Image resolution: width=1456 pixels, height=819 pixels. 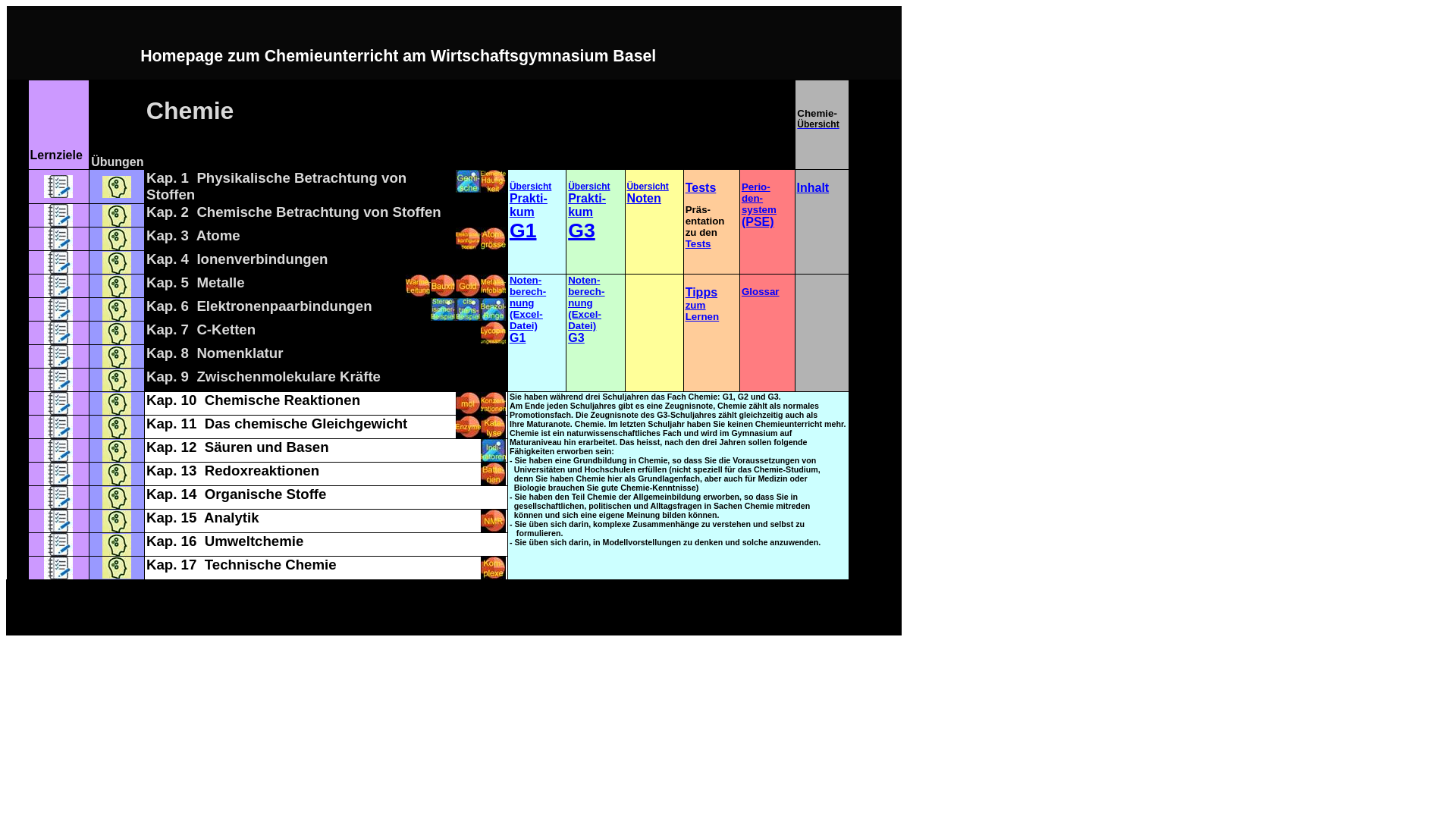 What do you see at coordinates (566, 280) in the screenshot?
I see `'Noten-'` at bounding box center [566, 280].